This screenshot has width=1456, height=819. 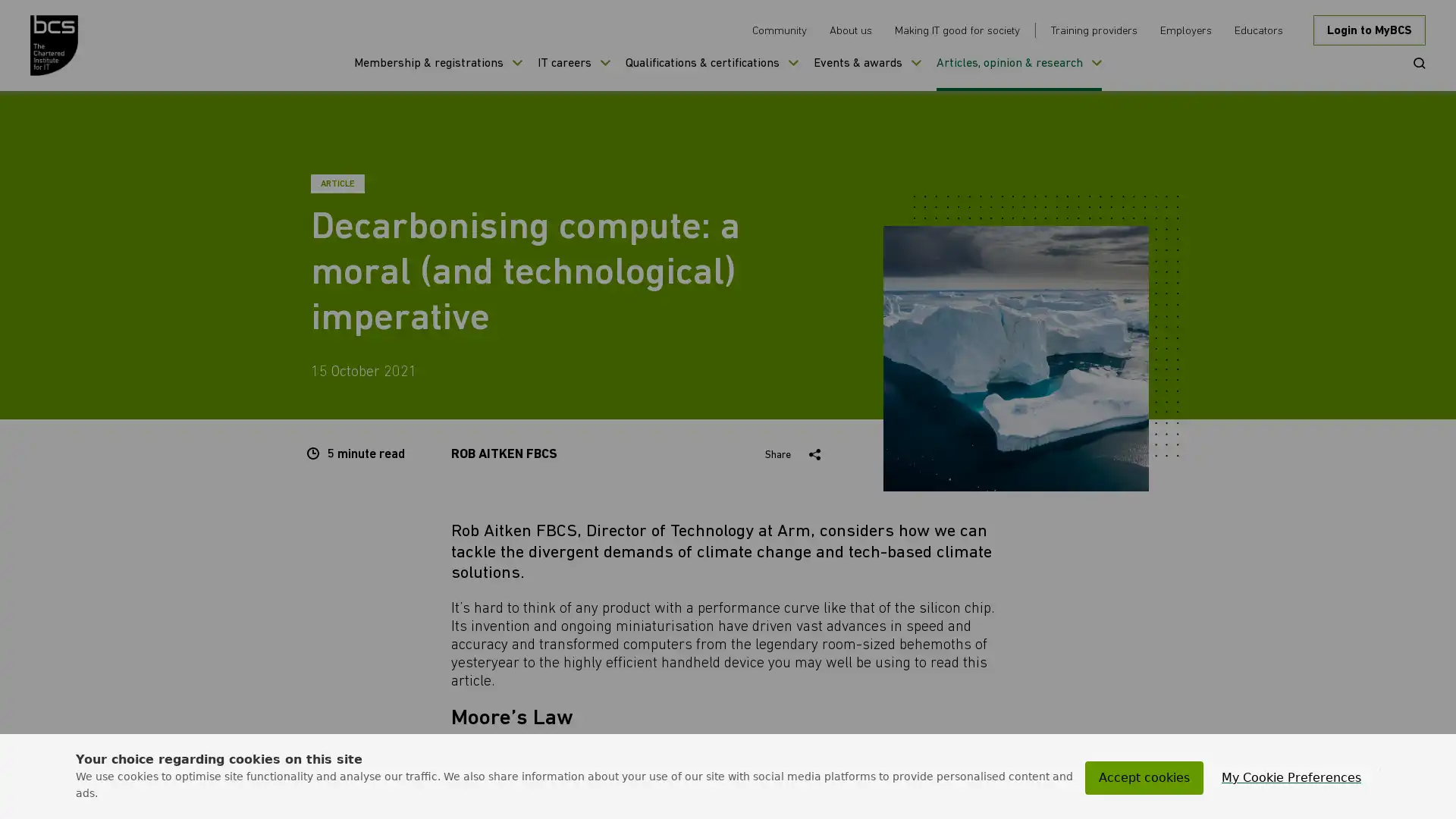 What do you see at coordinates (573, 73) in the screenshot?
I see `IT careers` at bounding box center [573, 73].